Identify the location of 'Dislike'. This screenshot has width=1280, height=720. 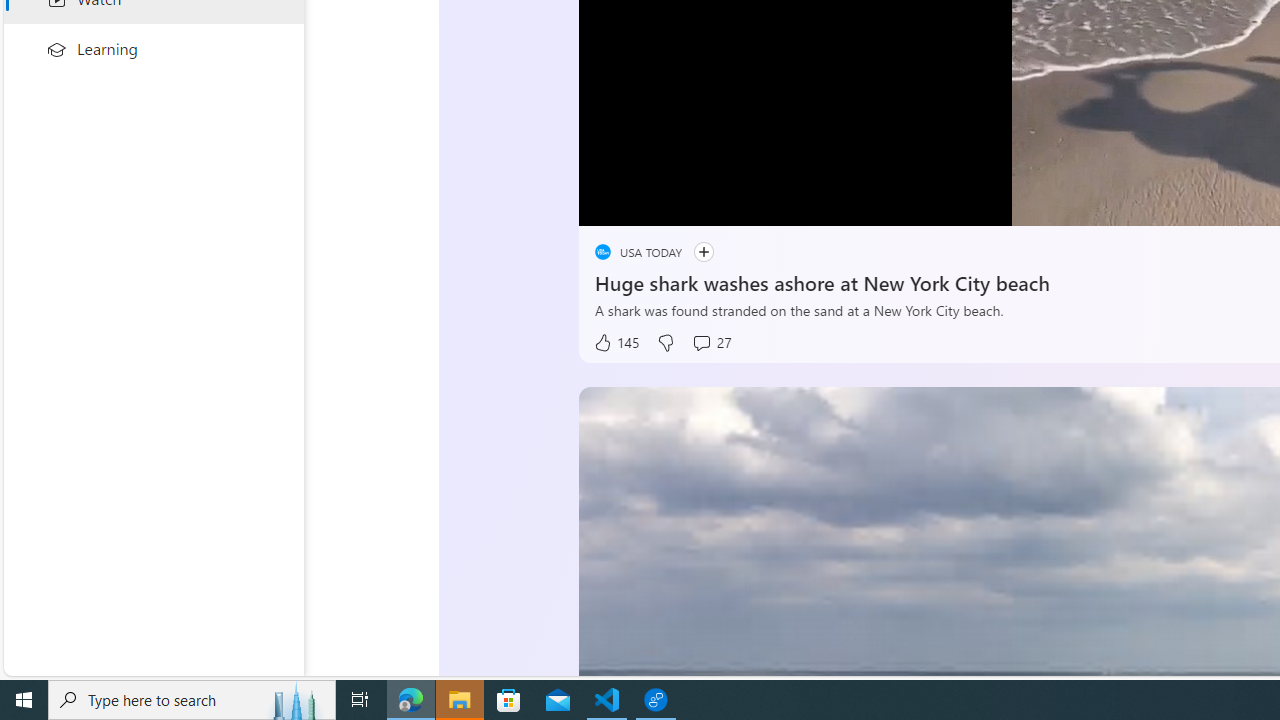
(664, 342).